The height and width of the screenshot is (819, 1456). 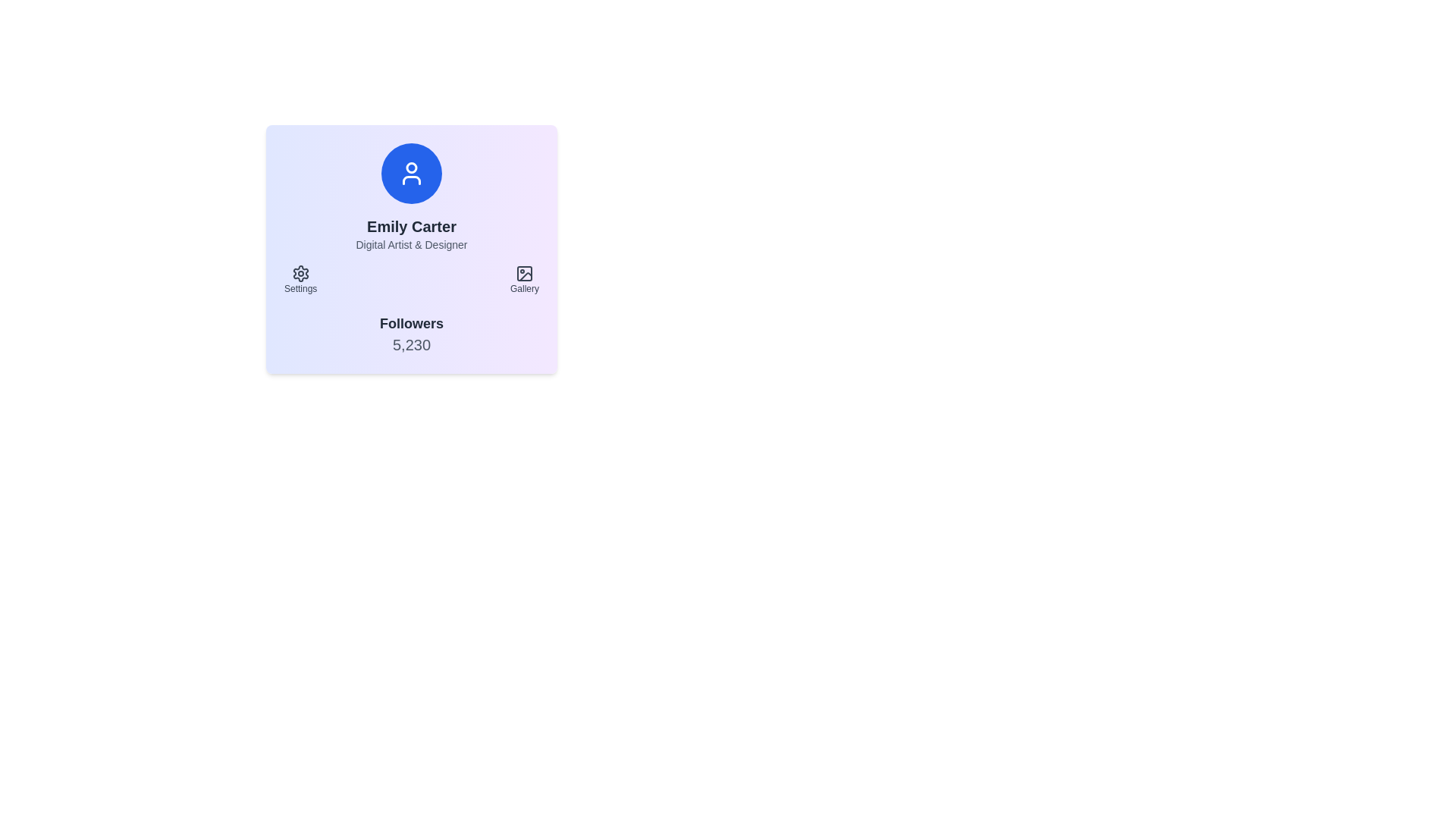 I want to click on the avatar which is a circular, blue background with a white contour design symbolizing a person, located centrally above the text 'Emily Carter' in the card layout, so click(x=411, y=172).